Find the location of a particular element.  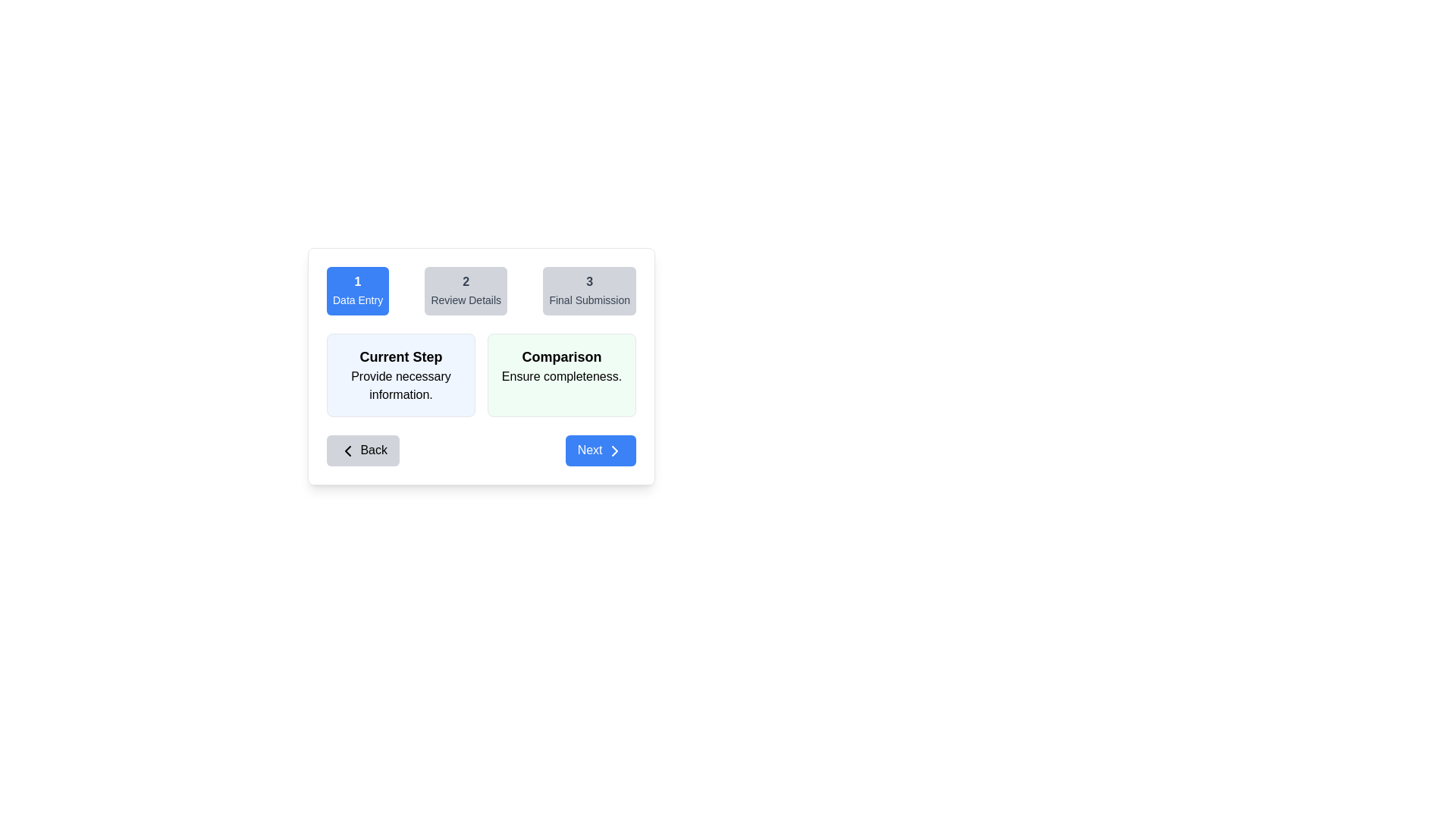

the non-interactive text label identifying the current phase of the process as 'Final Submission', which is positioned below the numeric '3' in the step interface is located at coordinates (588, 300).